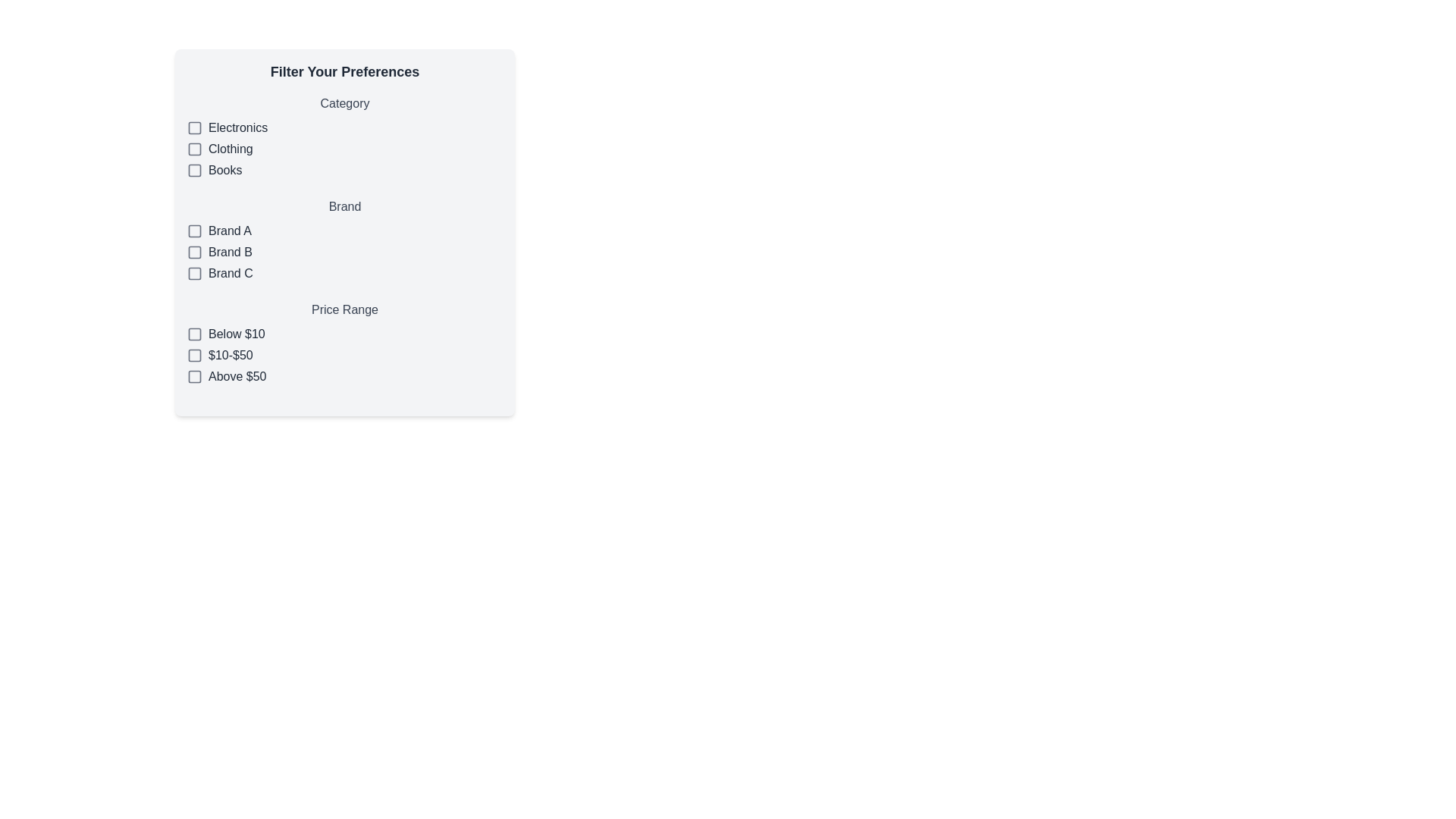 This screenshot has width=1456, height=819. Describe the element at coordinates (344, 343) in the screenshot. I see `the checkbox group located in the 'Filter Your Preferences' panel under the 'Brand' section, which allows users to select price range options: 'Below $10', '$10-$50', and 'Above $50'` at that location.